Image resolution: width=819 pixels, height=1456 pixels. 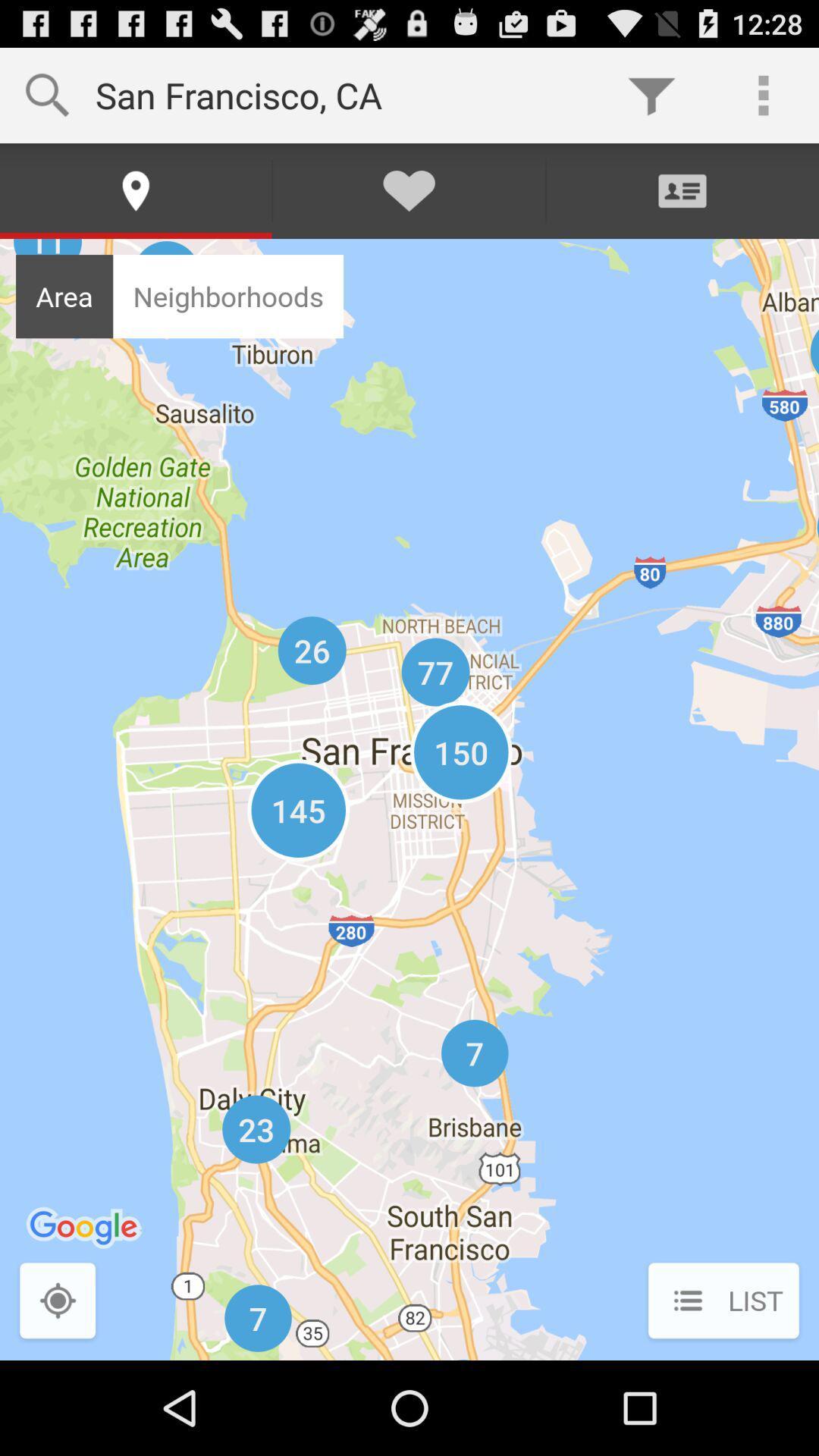 What do you see at coordinates (228, 297) in the screenshot?
I see `neighborhoods icon` at bounding box center [228, 297].